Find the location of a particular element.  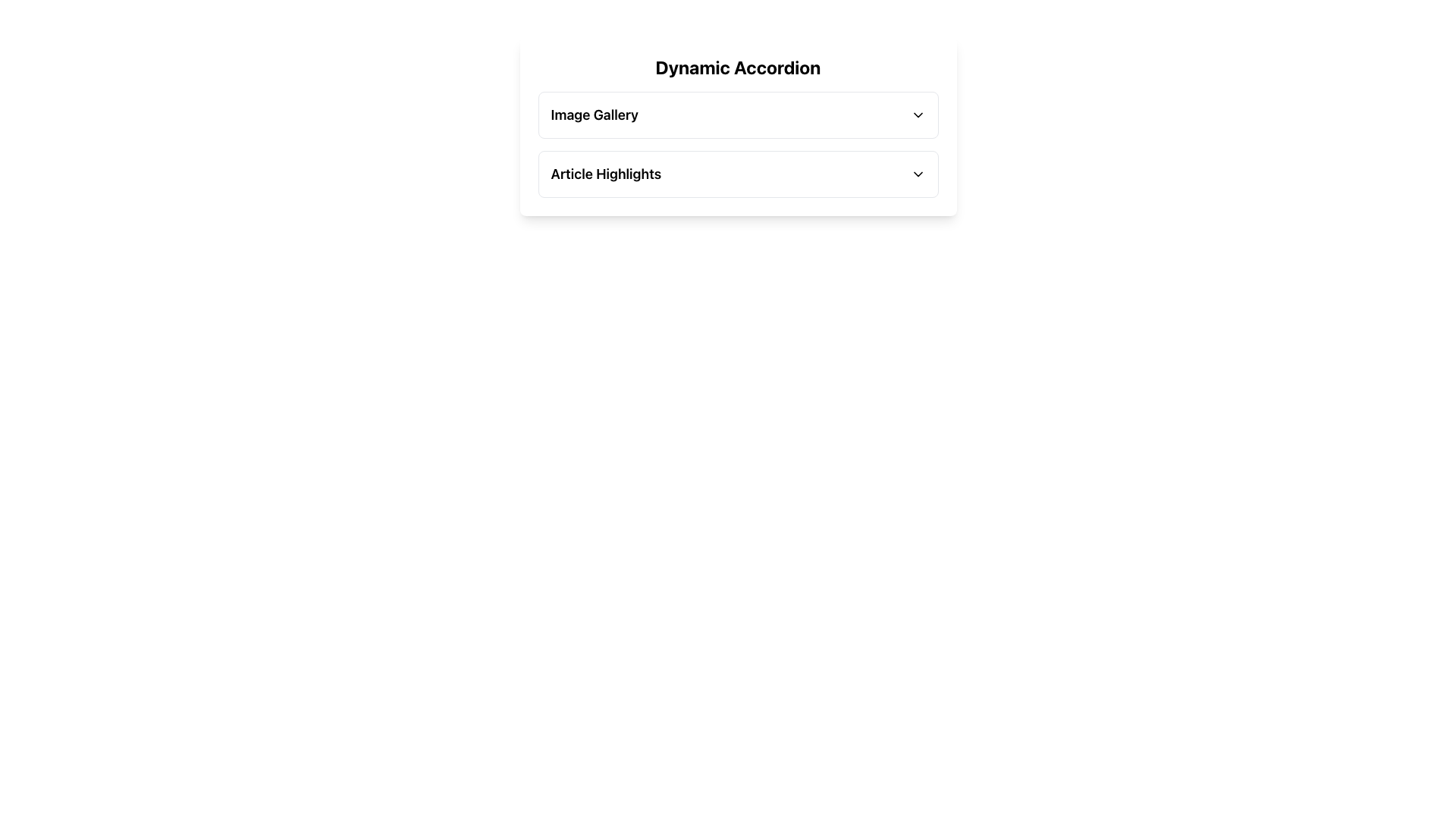

the Text Label that serves as a title or header for the card content, located at the top section of the white card above 'Image Gallery' and 'Article Highlights' is located at coordinates (738, 66).